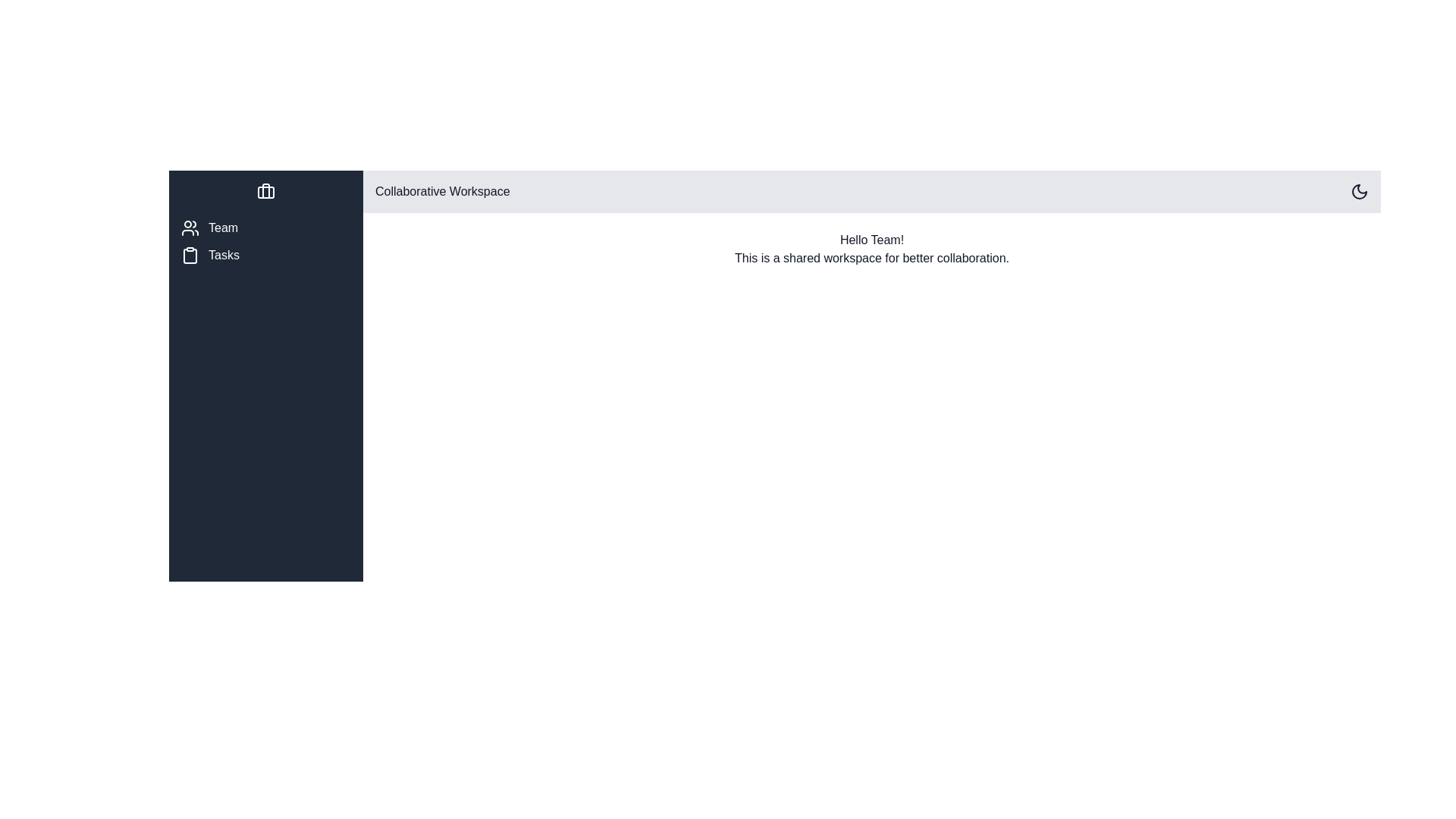 The height and width of the screenshot is (819, 1456). Describe the element at coordinates (265, 254) in the screenshot. I see `the 'Tasks' menu item in the navigation sidebar` at that location.